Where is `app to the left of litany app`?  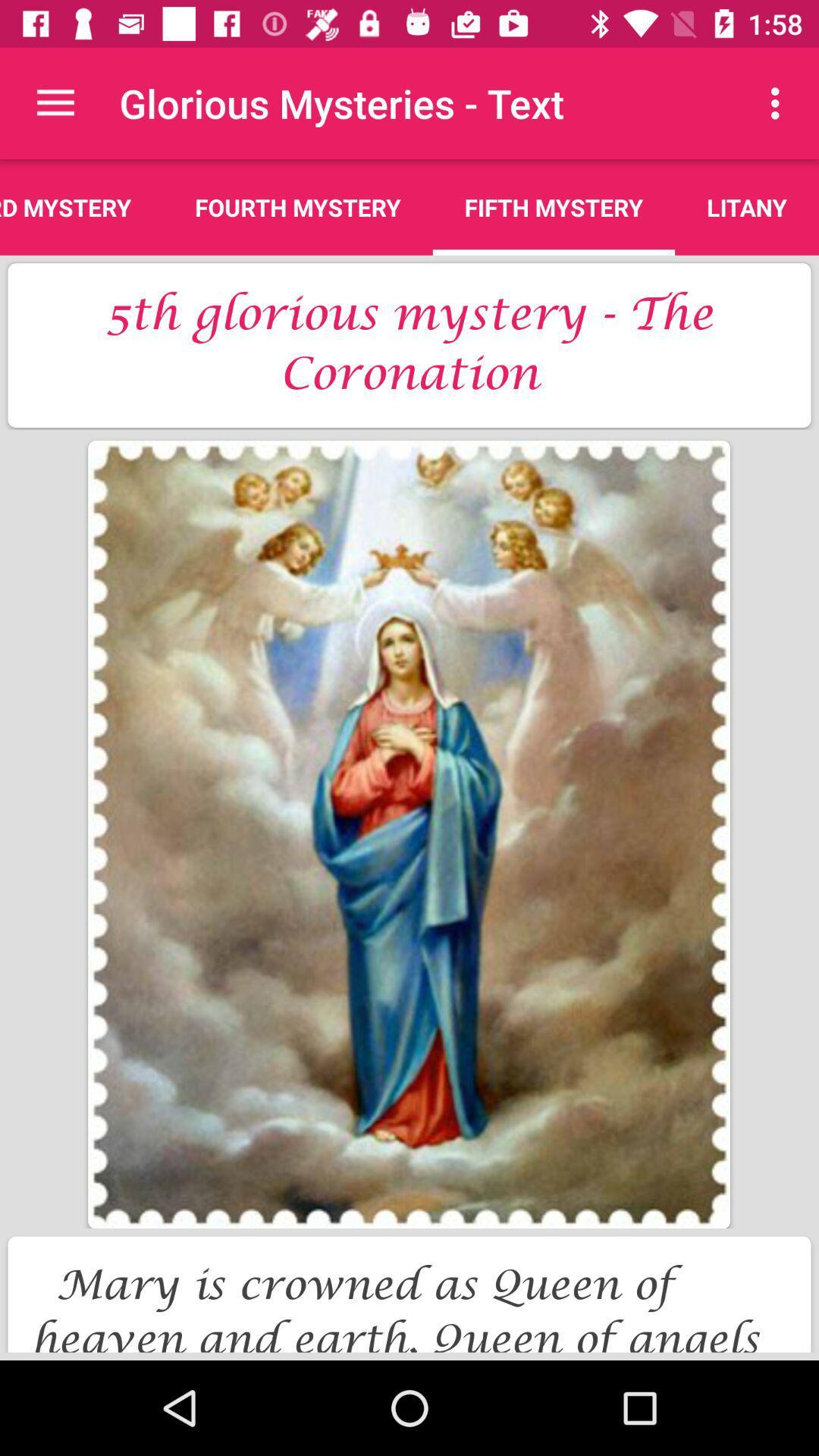
app to the left of litany app is located at coordinates (554, 206).